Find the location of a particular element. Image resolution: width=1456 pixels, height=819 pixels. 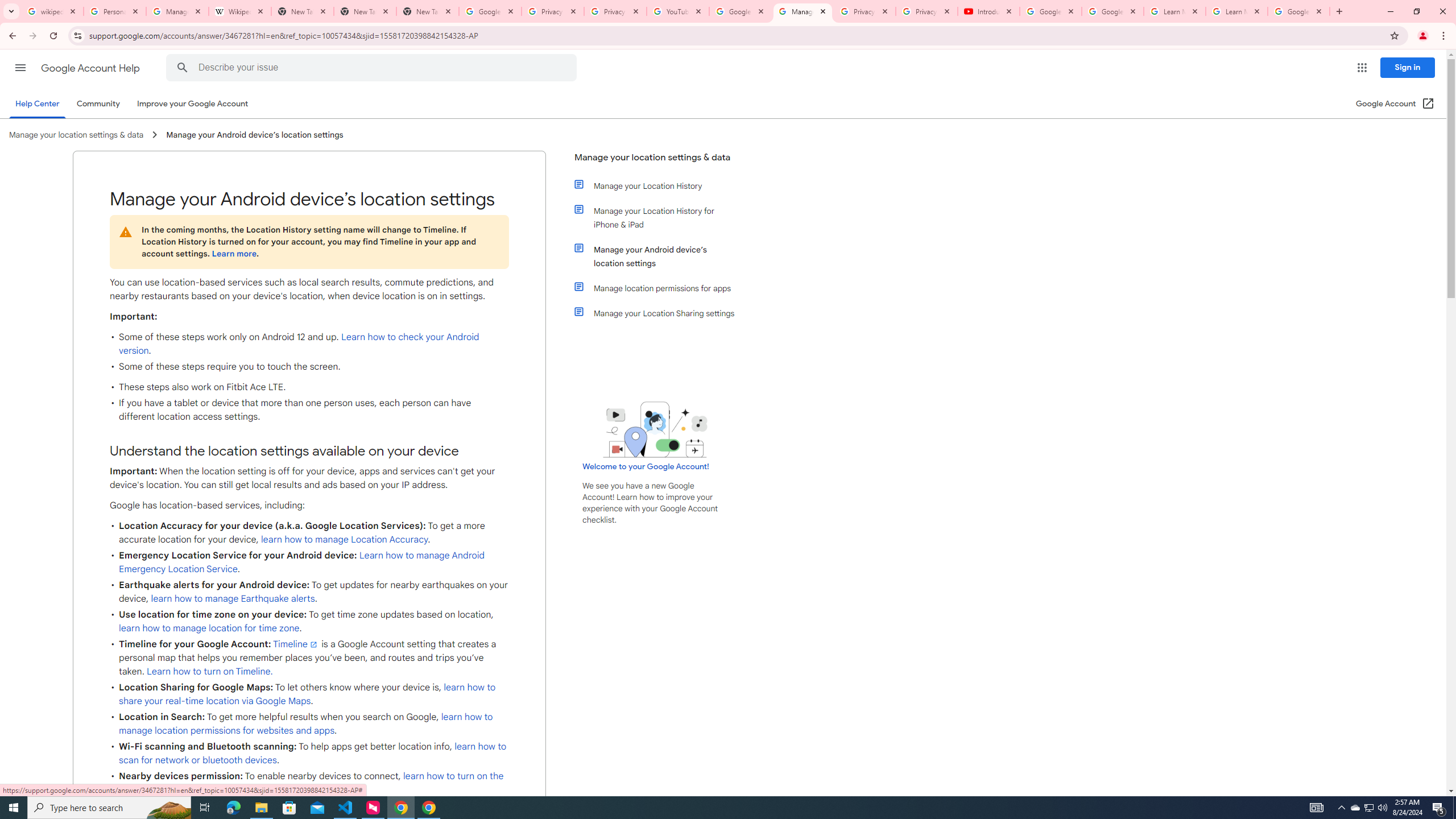

'Learn how to check your Android version' is located at coordinates (299, 344).